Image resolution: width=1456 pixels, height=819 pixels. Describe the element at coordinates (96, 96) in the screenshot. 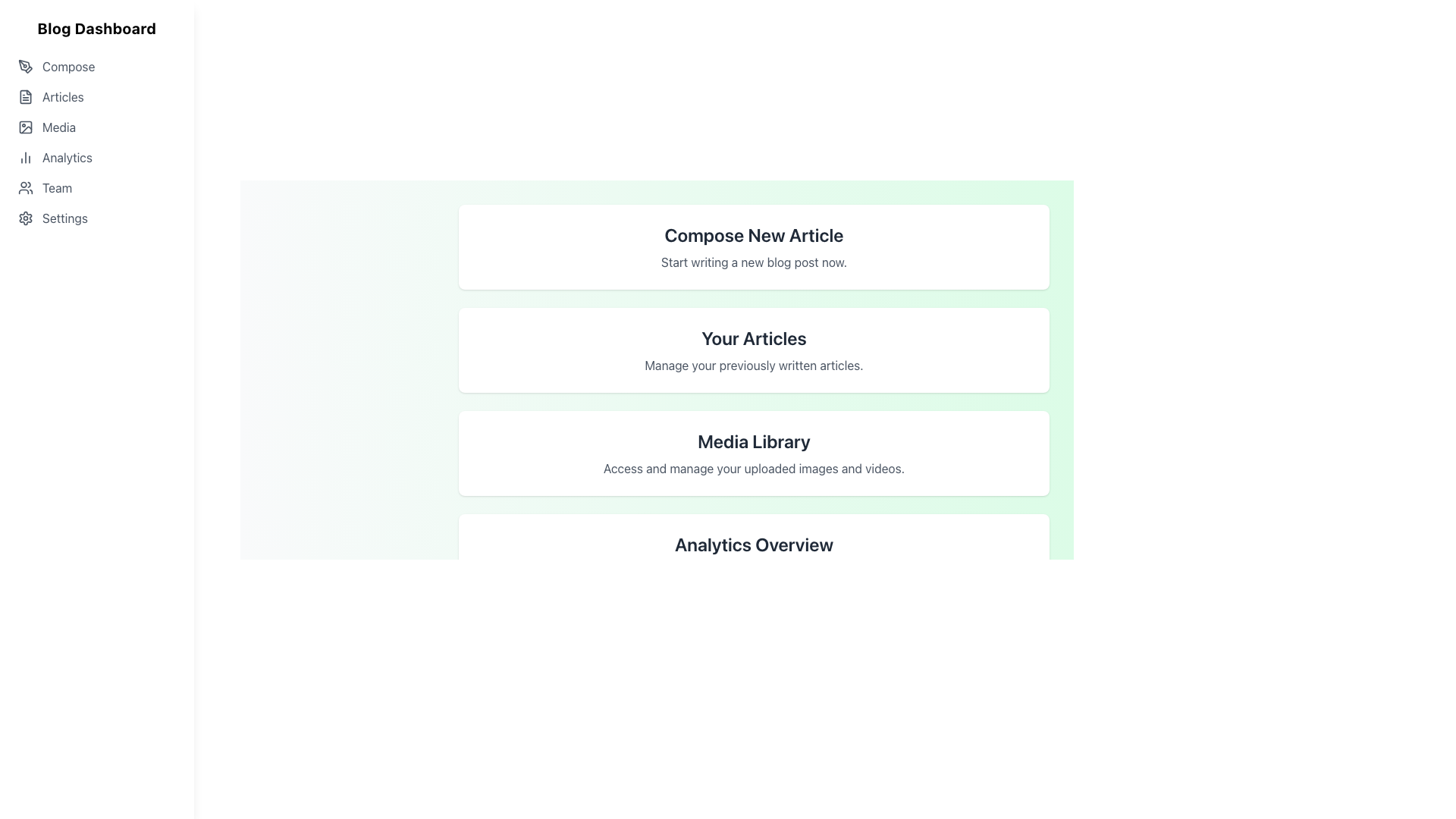

I see `the 'Articles' navigation link, which is the second item in the vertical navigation list on the left side of the interface` at that location.